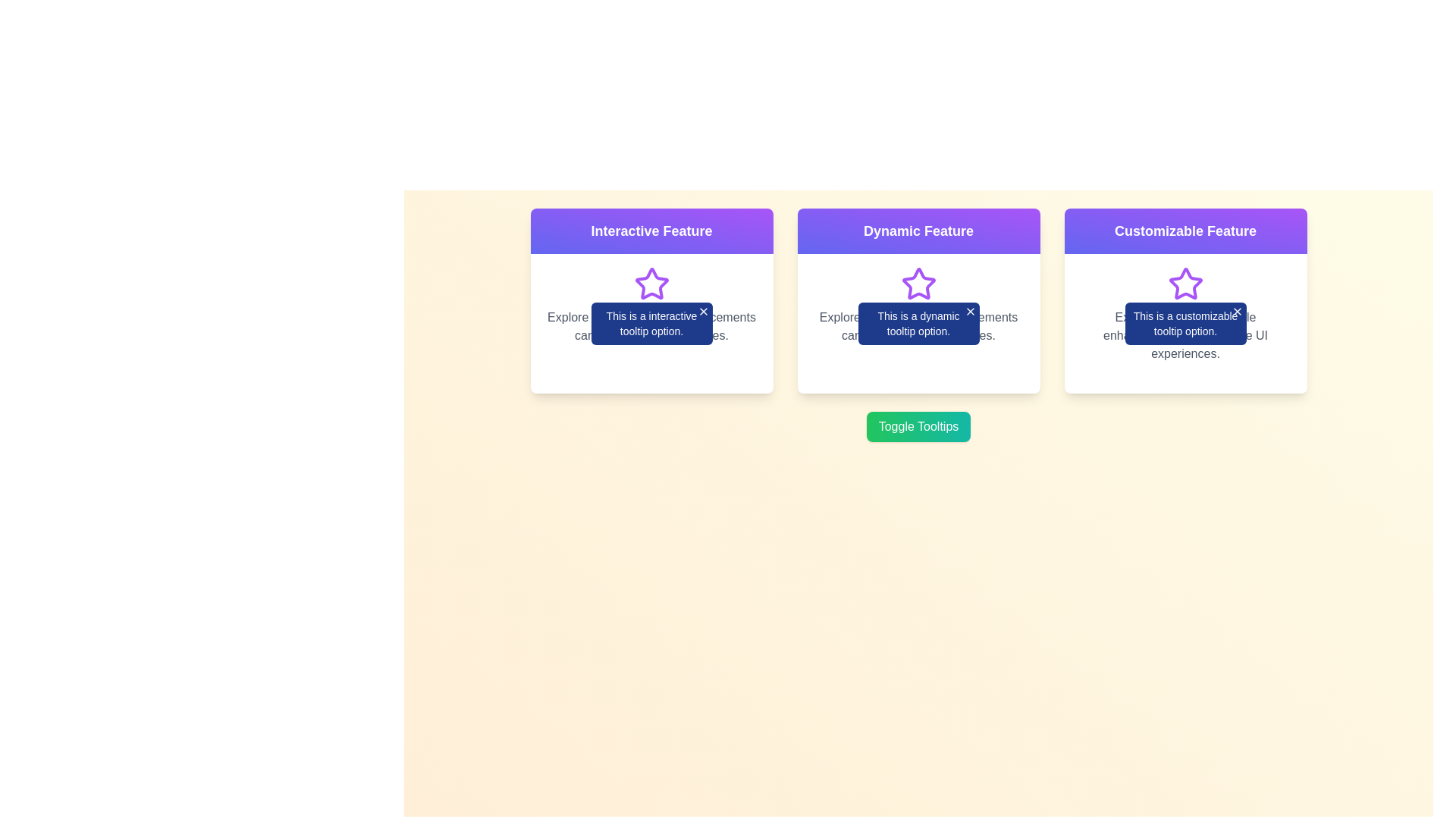 The height and width of the screenshot is (819, 1456). Describe the element at coordinates (651, 231) in the screenshot. I see `the text label that serves as the title of the first card, located at the top-center of the card` at that location.